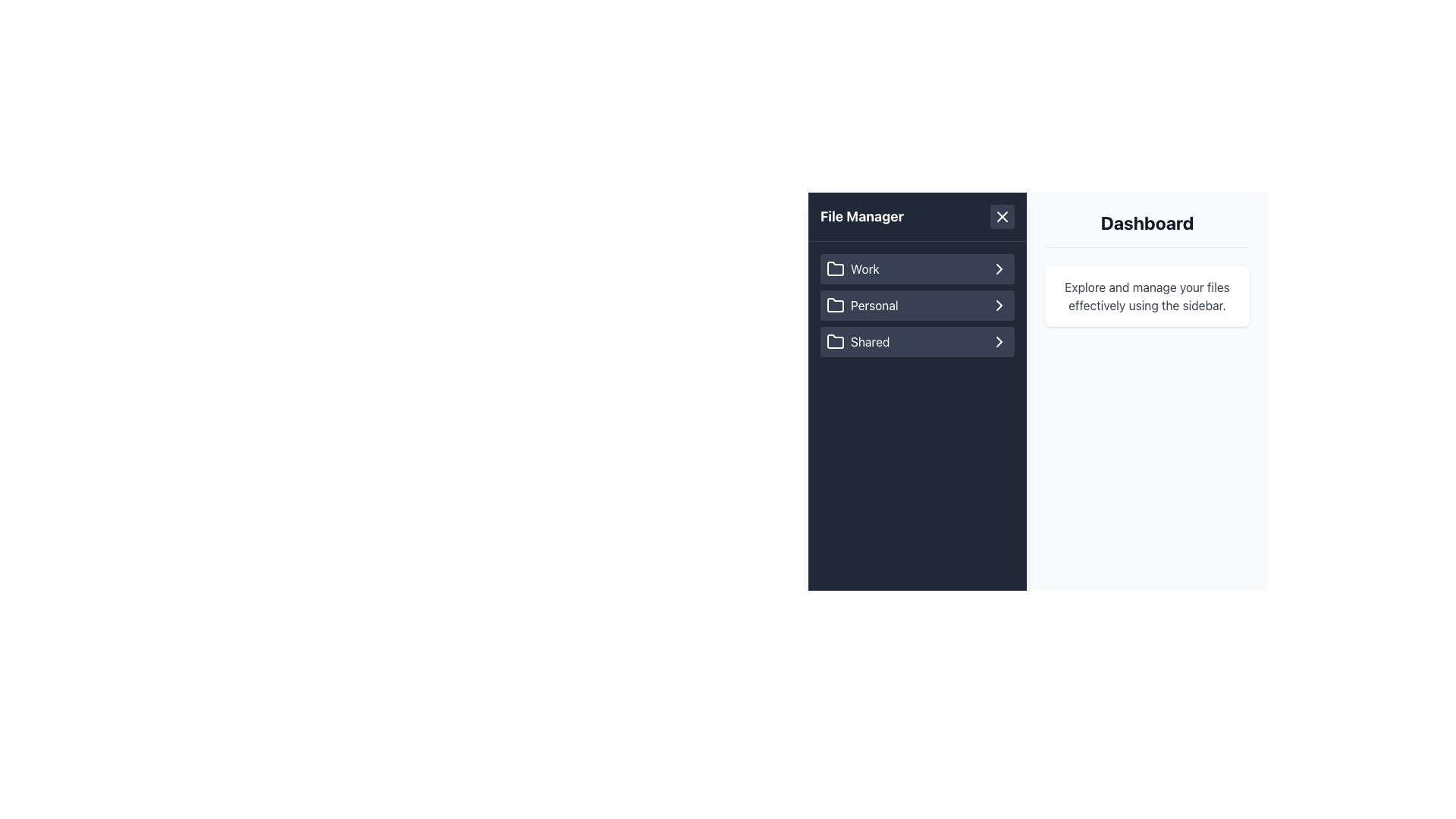 This screenshot has width=1456, height=819. What do you see at coordinates (916, 268) in the screenshot?
I see `keyboard interaction on the first clickable label in the 'File Manager' sidebar that navigates to the 'Work' folder` at bounding box center [916, 268].